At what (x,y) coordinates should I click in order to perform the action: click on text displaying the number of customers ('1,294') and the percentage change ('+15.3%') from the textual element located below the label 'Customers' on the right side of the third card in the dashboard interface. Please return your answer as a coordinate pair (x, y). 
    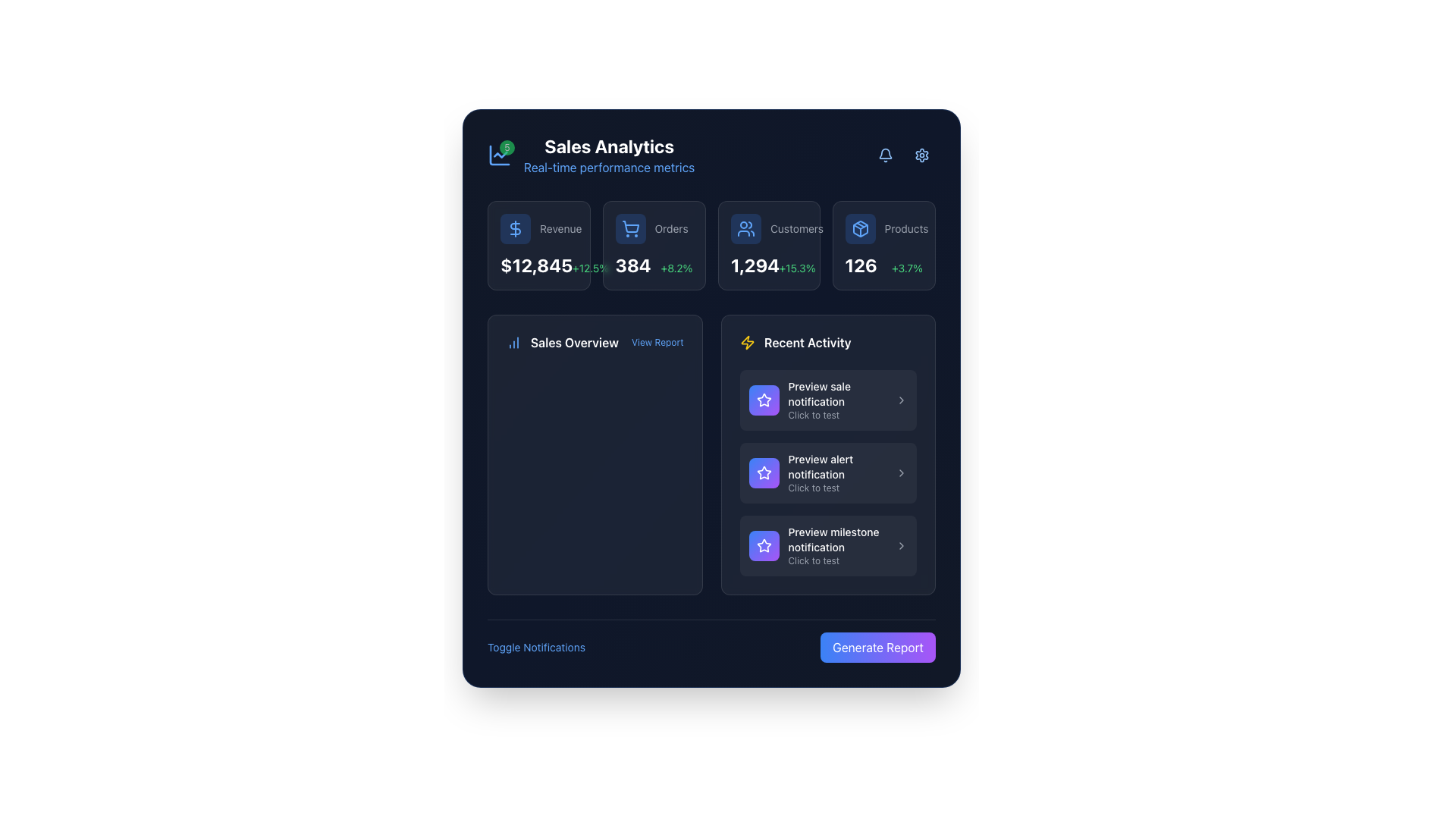
    Looking at the image, I should click on (769, 265).